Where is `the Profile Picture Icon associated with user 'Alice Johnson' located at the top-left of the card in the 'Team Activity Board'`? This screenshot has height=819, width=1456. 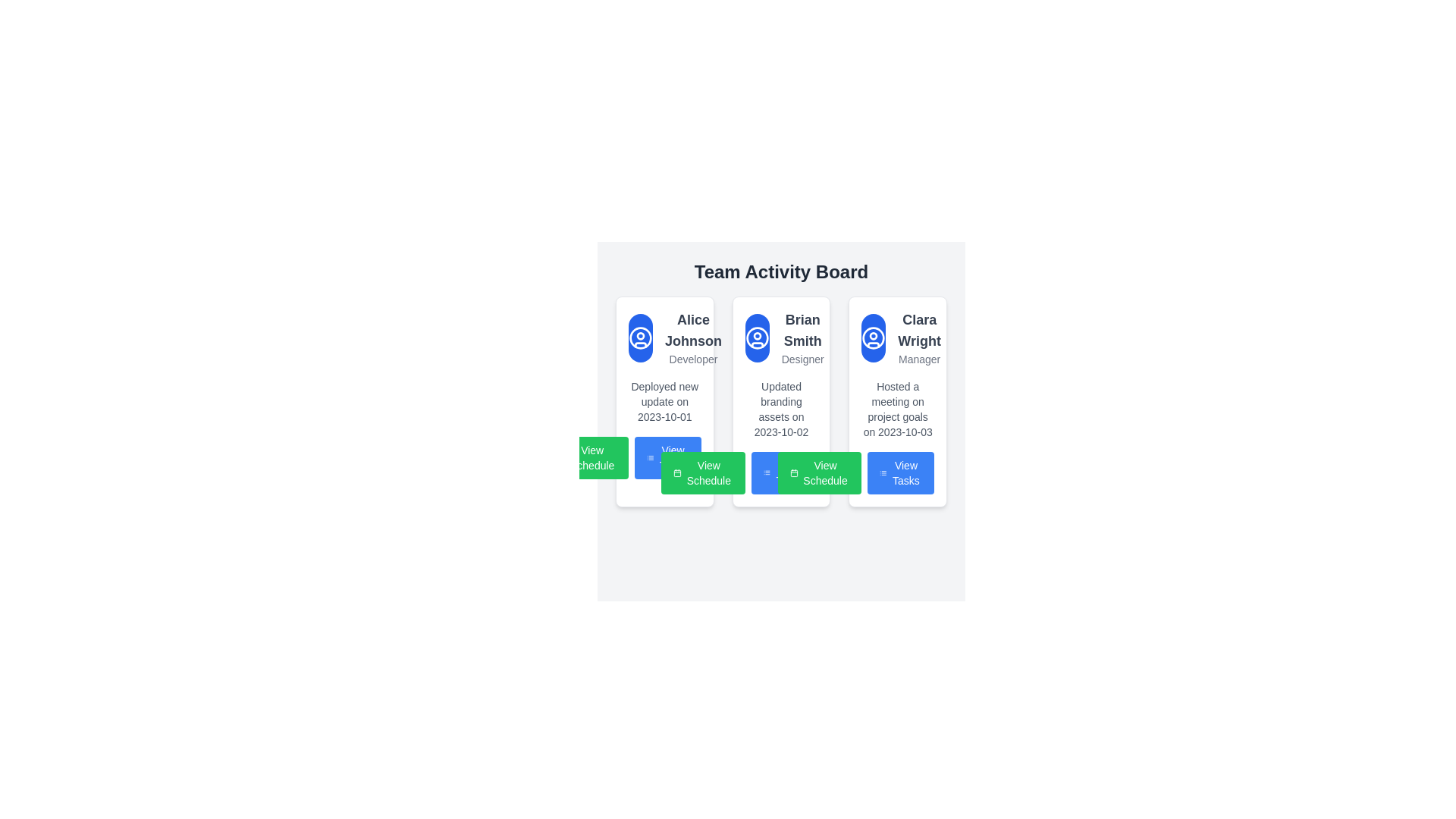
the Profile Picture Icon associated with user 'Alice Johnson' located at the top-left of the card in the 'Team Activity Board' is located at coordinates (640, 337).